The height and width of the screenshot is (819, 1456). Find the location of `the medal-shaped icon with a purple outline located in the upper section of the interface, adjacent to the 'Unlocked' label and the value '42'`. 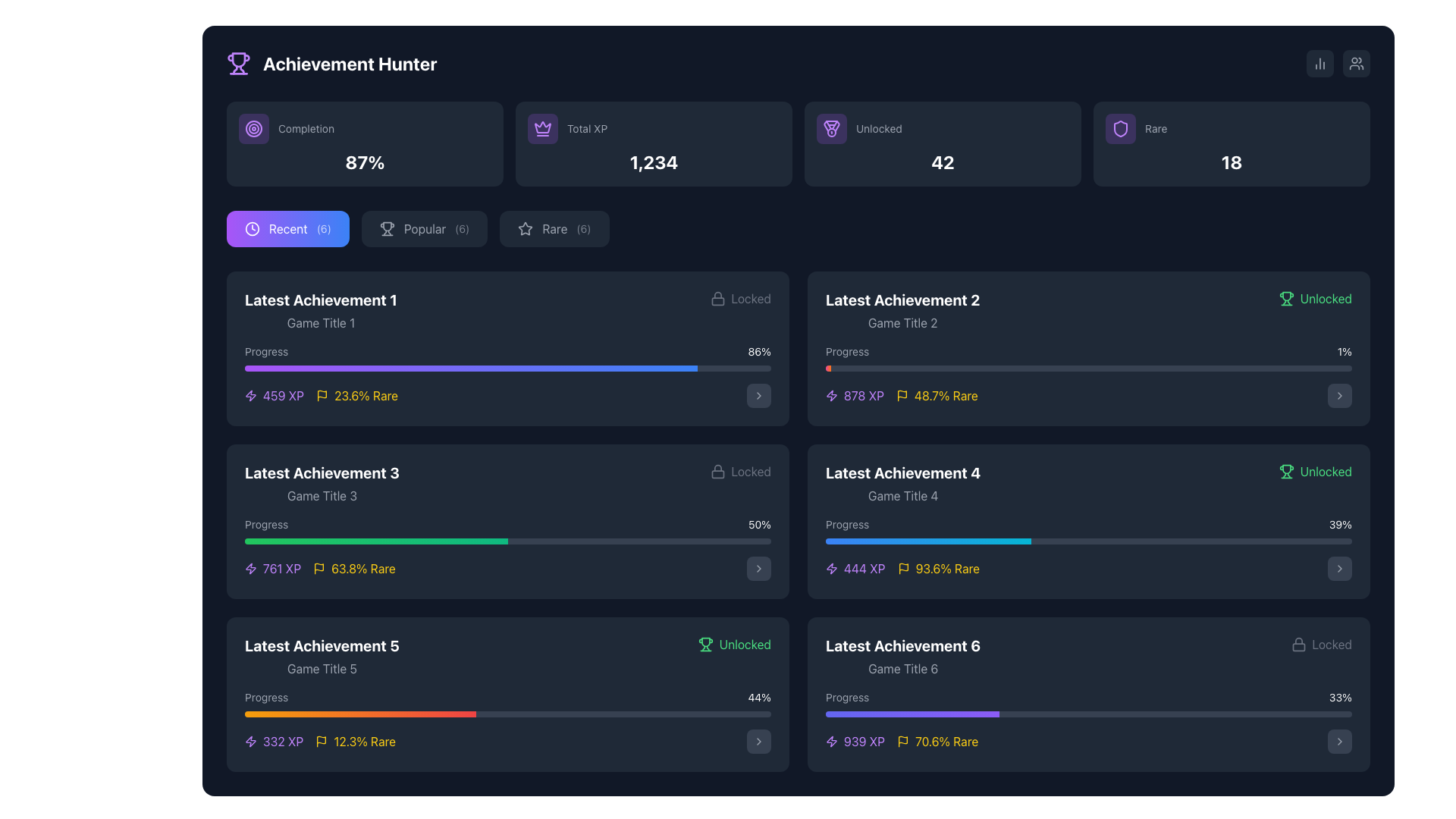

the medal-shaped icon with a purple outline located in the upper section of the interface, adjacent to the 'Unlocked' label and the value '42' is located at coordinates (831, 127).